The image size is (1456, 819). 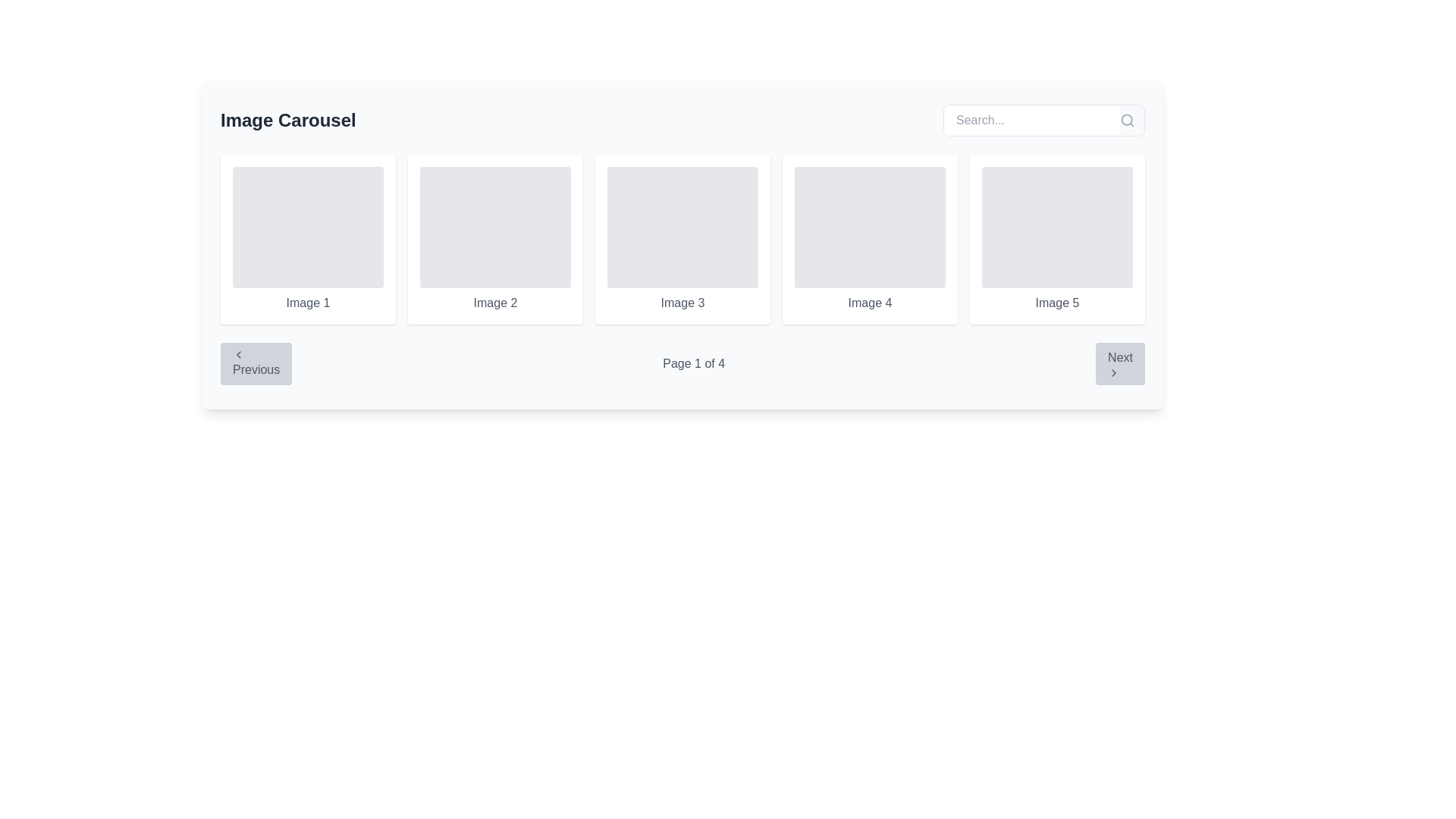 What do you see at coordinates (256, 363) in the screenshot?
I see `the 'Previous' button, which is a rectangular button with a gray background and rounded corners, located in the bottom-left corner of the 'Image Carousel' section` at bounding box center [256, 363].